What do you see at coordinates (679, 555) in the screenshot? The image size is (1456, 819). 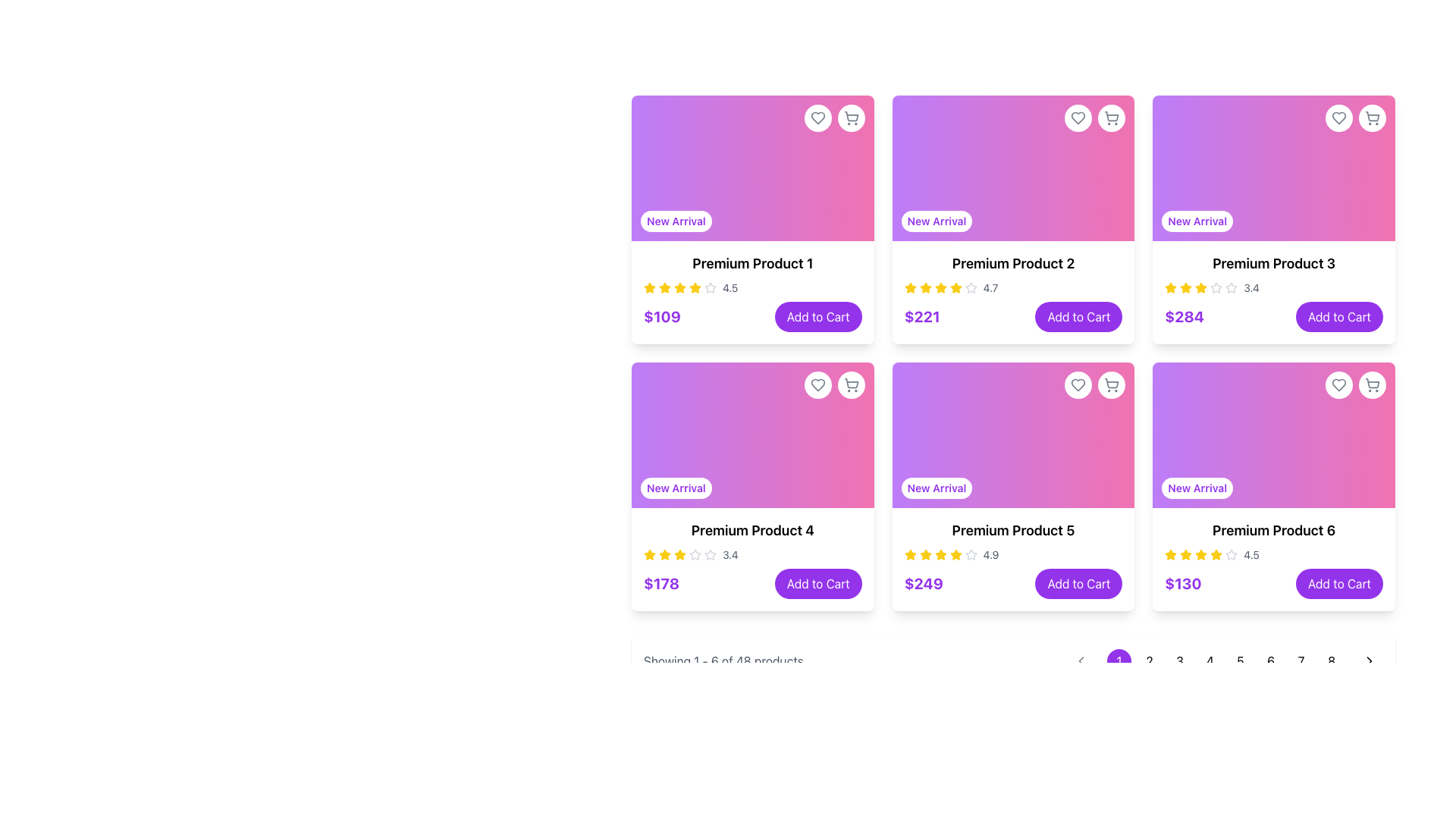 I see `the fourth star icon in the rating row of the 'Premium Product 4' section, which visually represents a rating of 3.4` at bounding box center [679, 555].